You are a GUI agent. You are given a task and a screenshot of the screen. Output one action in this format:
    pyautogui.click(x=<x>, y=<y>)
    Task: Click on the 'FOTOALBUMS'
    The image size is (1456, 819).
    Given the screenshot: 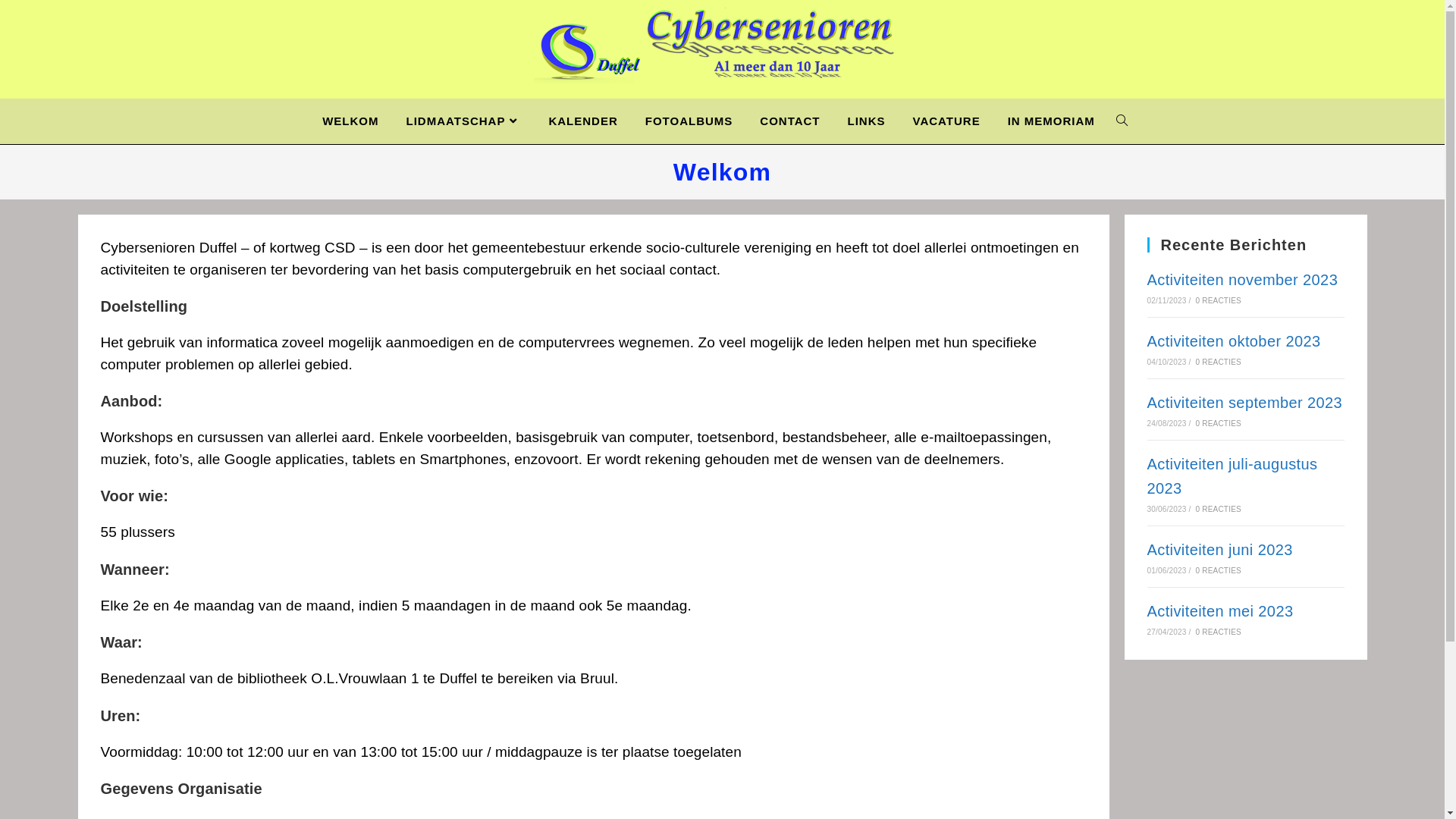 What is the action you would take?
    pyautogui.click(x=688, y=120)
    